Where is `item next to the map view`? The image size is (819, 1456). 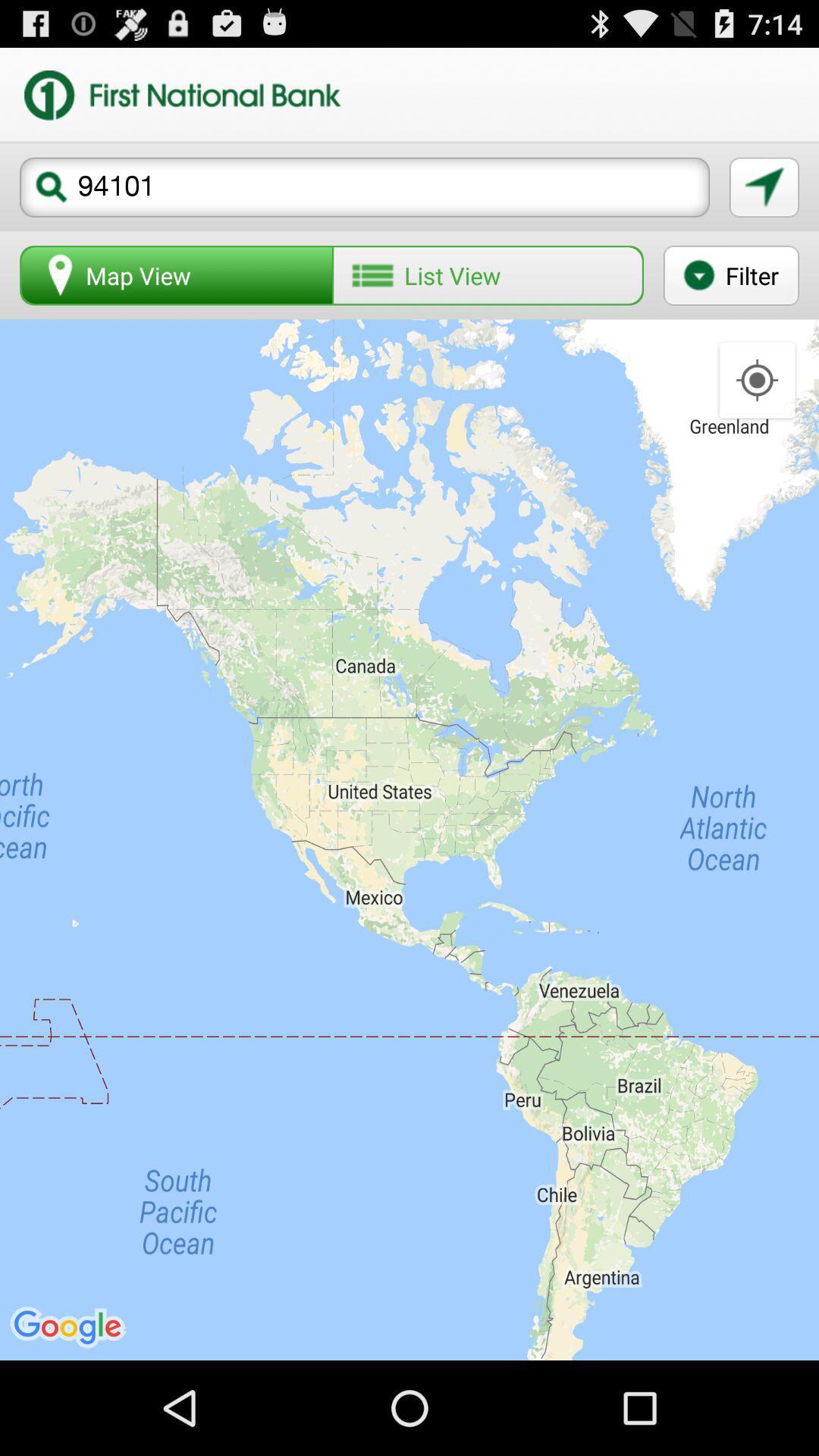
item next to the map view is located at coordinates (488, 275).